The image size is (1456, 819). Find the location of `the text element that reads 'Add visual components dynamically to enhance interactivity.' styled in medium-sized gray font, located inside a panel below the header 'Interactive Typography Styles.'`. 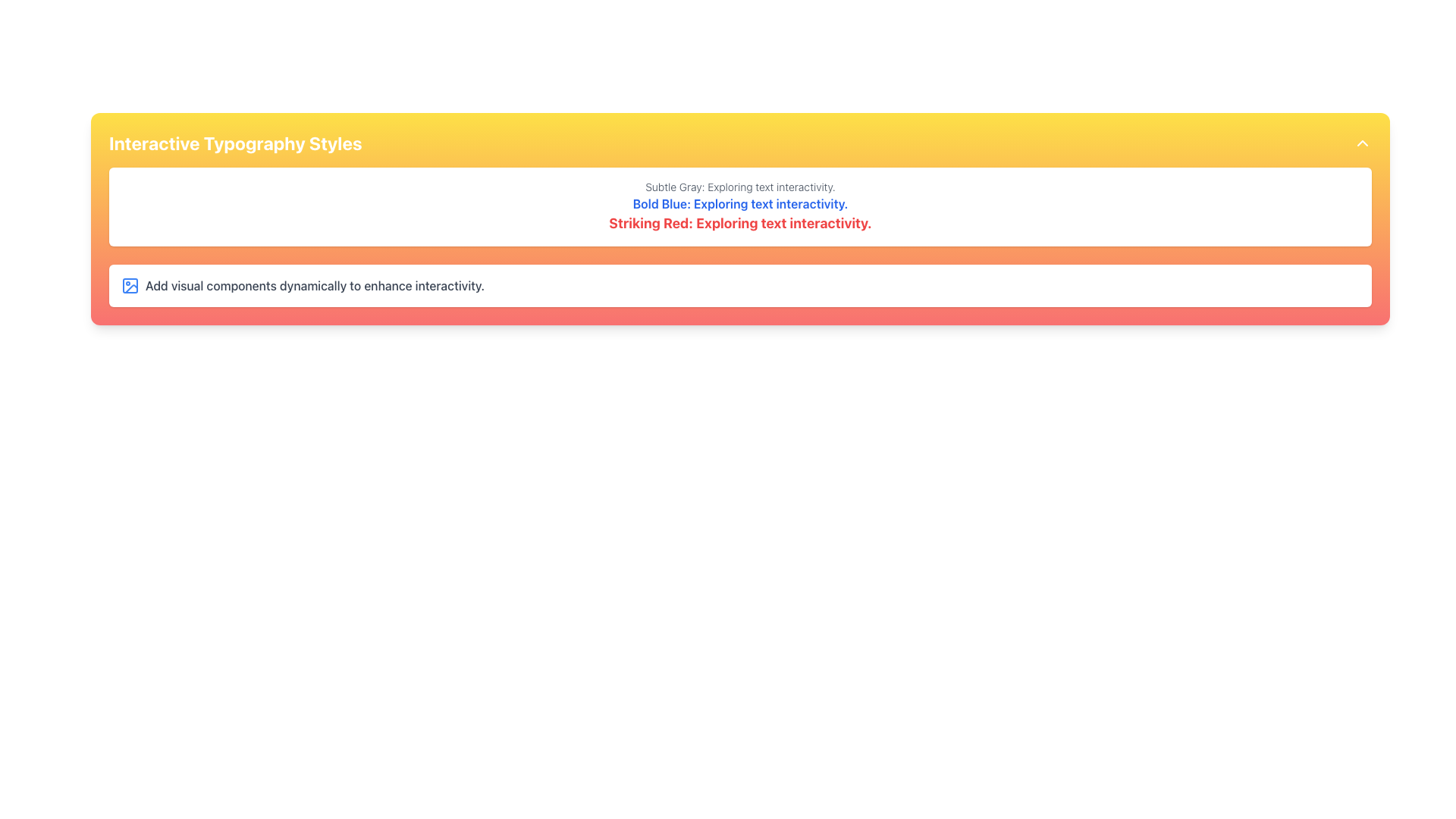

the text element that reads 'Add visual components dynamically to enhance interactivity.' styled in medium-sized gray font, located inside a panel below the header 'Interactive Typography Styles.' is located at coordinates (314, 286).